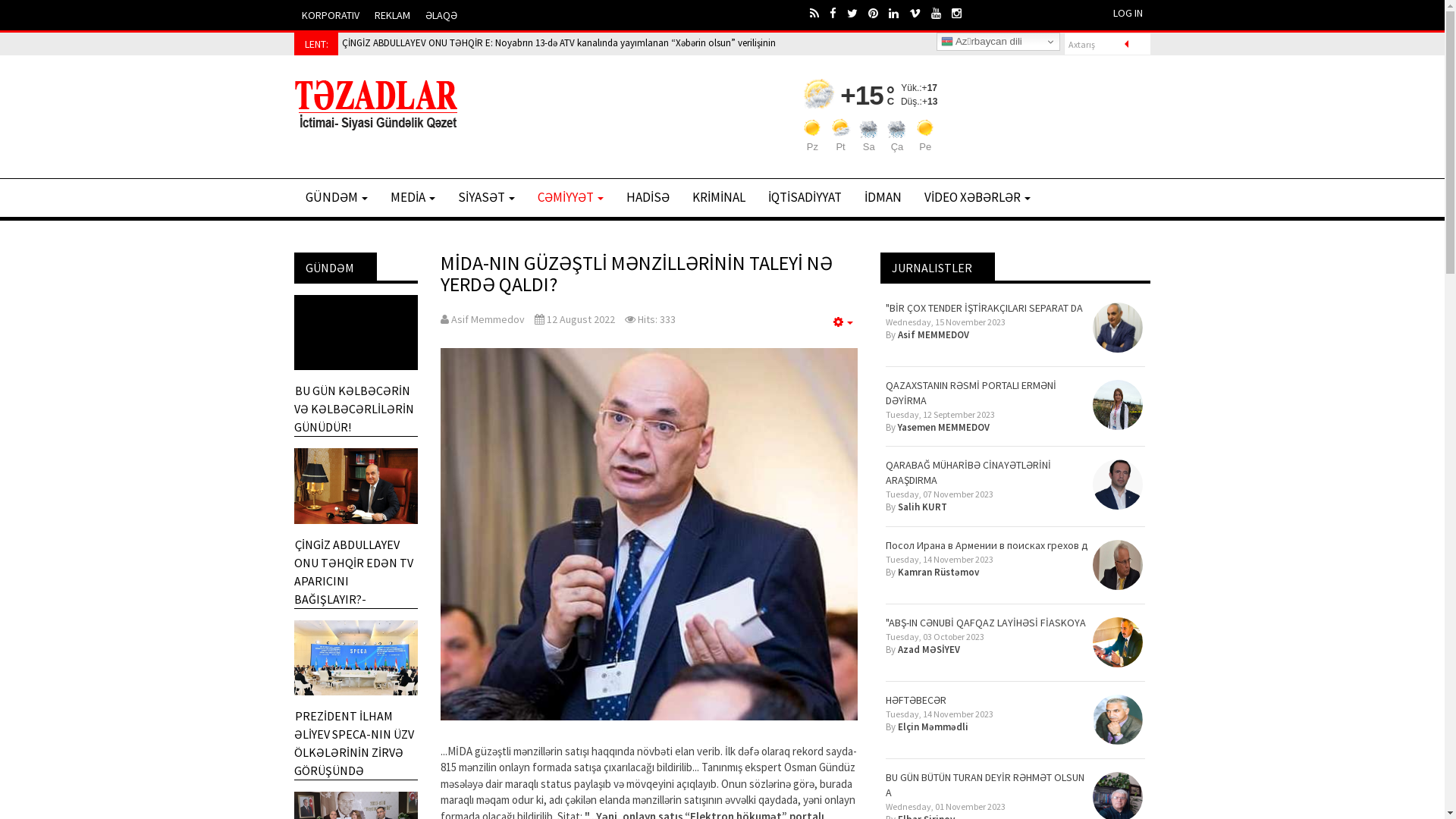  What do you see at coordinates (932, 334) in the screenshot?
I see `'Asif MEMMEDOV'` at bounding box center [932, 334].